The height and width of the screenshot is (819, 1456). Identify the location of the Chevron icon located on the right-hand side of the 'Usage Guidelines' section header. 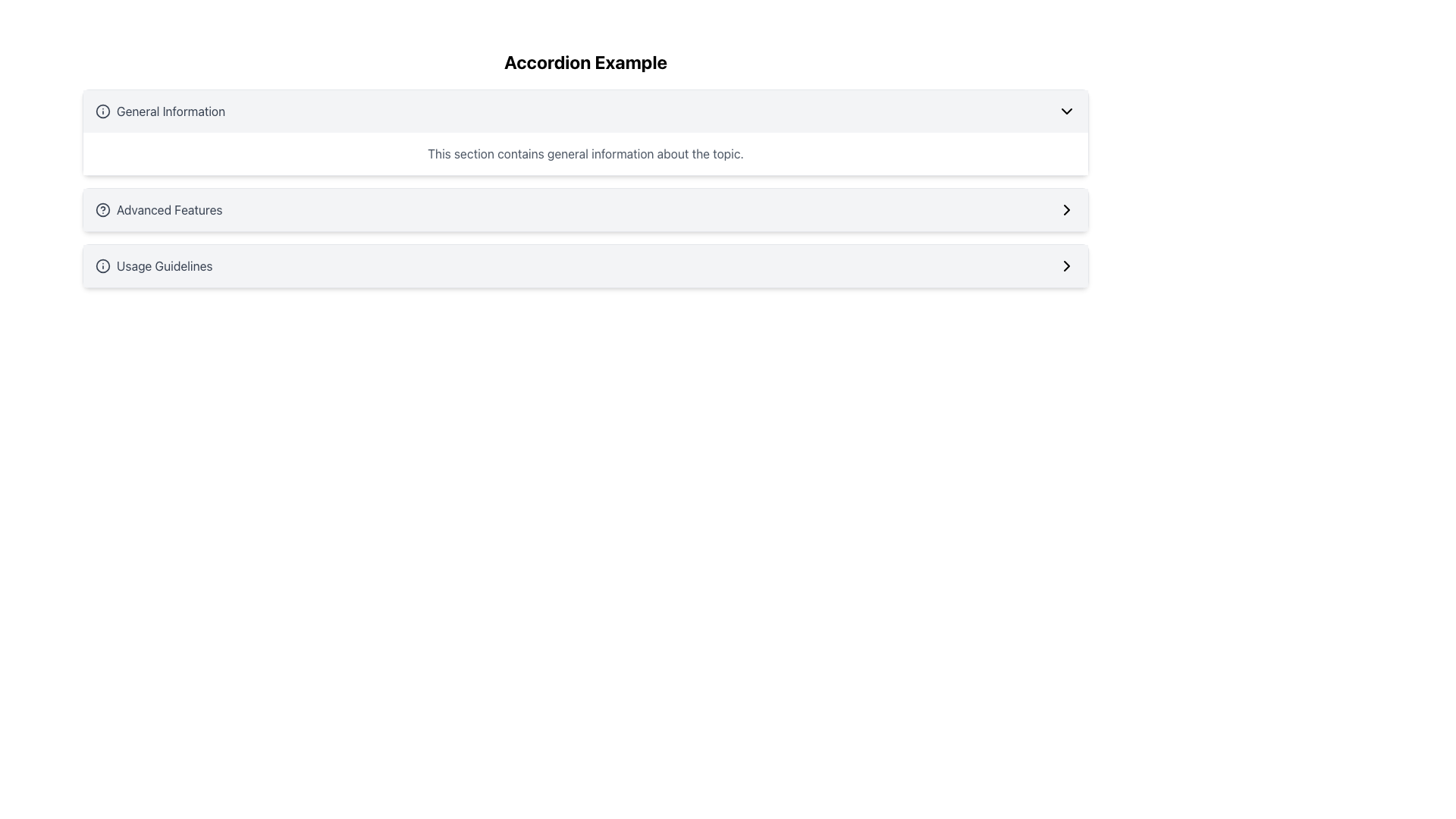
(1065, 265).